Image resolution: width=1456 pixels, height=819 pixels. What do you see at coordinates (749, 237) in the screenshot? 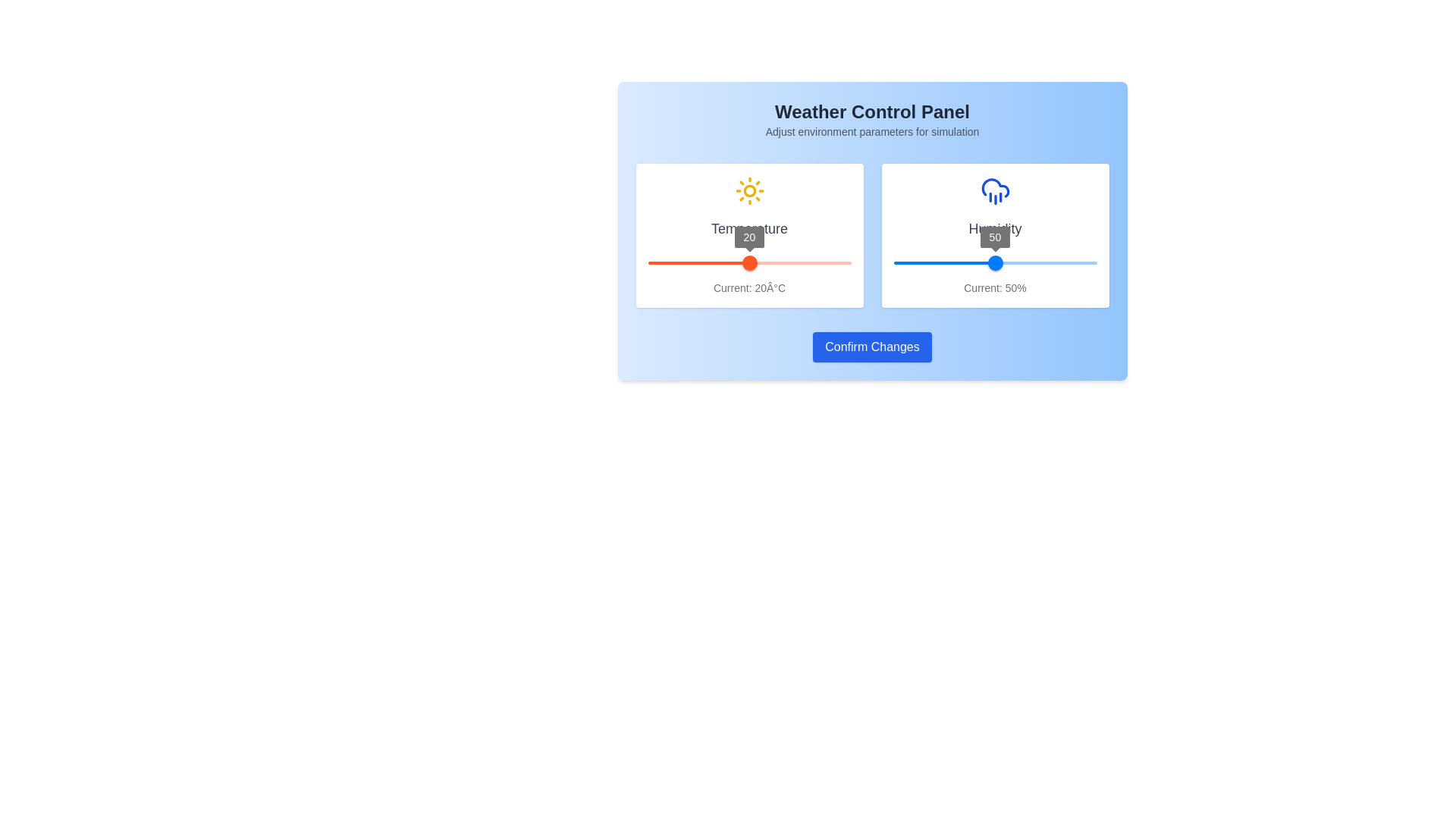
I see `the temperature value label located above the red circular slider knob in the Temperature control interface of the Weather Control Panel` at bounding box center [749, 237].